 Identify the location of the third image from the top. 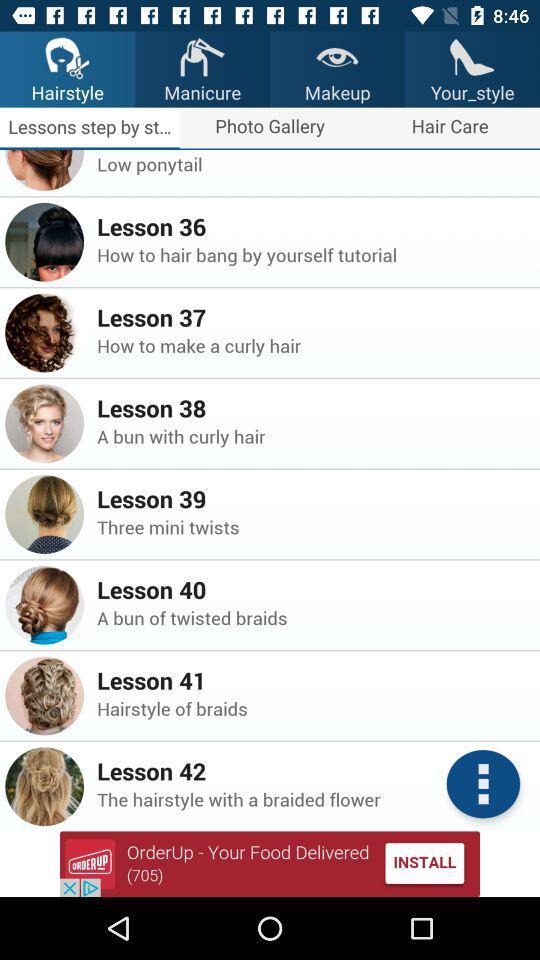
(44, 333).